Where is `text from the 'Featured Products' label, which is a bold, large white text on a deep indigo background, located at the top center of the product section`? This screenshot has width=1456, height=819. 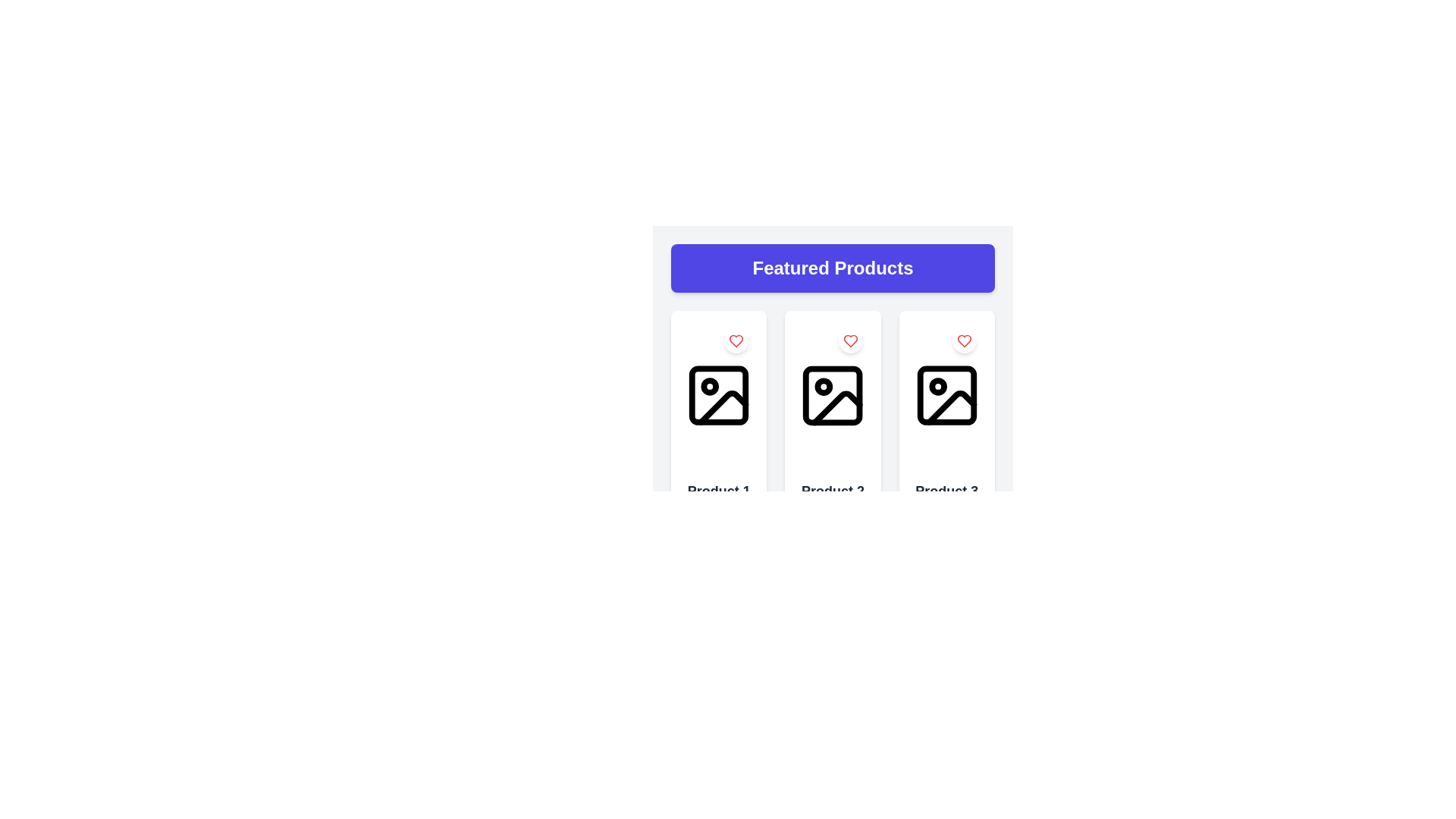 text from the 'Featured Products' label, which is a bold, large white text on a deep indigo background, located at the top center of the product section is located at coordinates (832, 268).